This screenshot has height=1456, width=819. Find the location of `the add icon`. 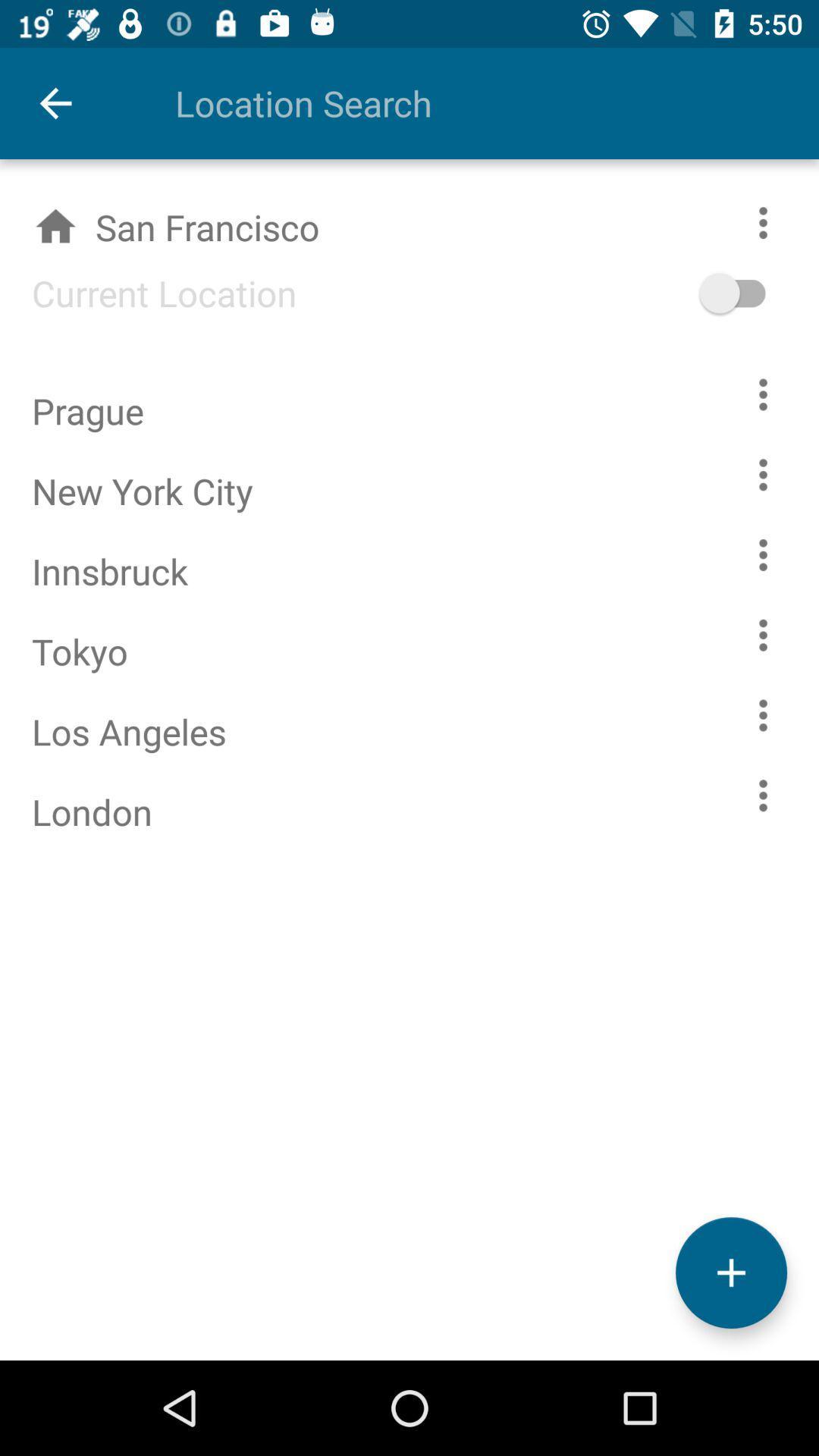

the add icon is located at coordinates (730, 1272).